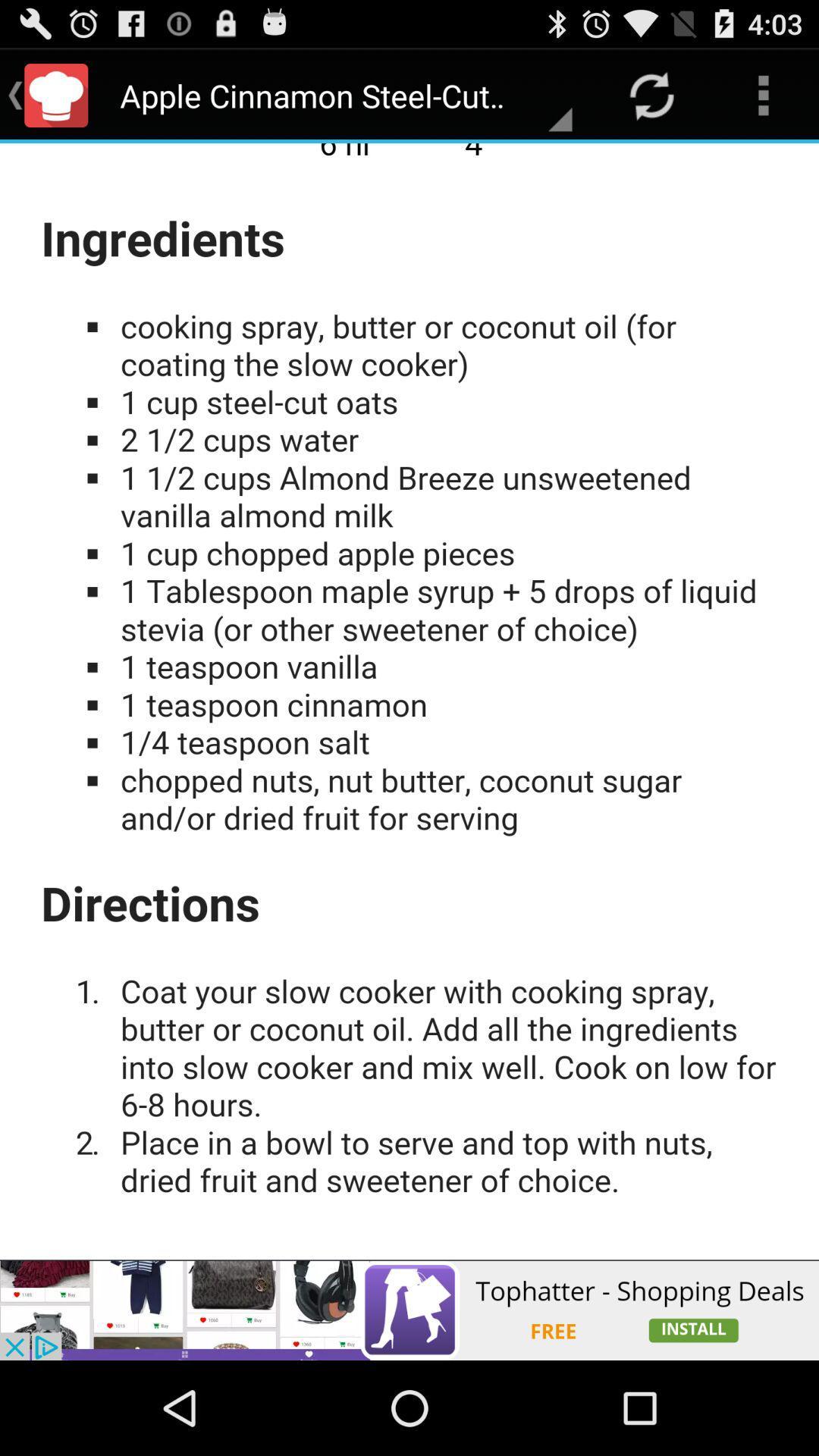 The image size is (819, 1456). What do you see at coordinates (409, 1310) in the screenshot?
I see `share the article` at bounding box center [409, 1310].